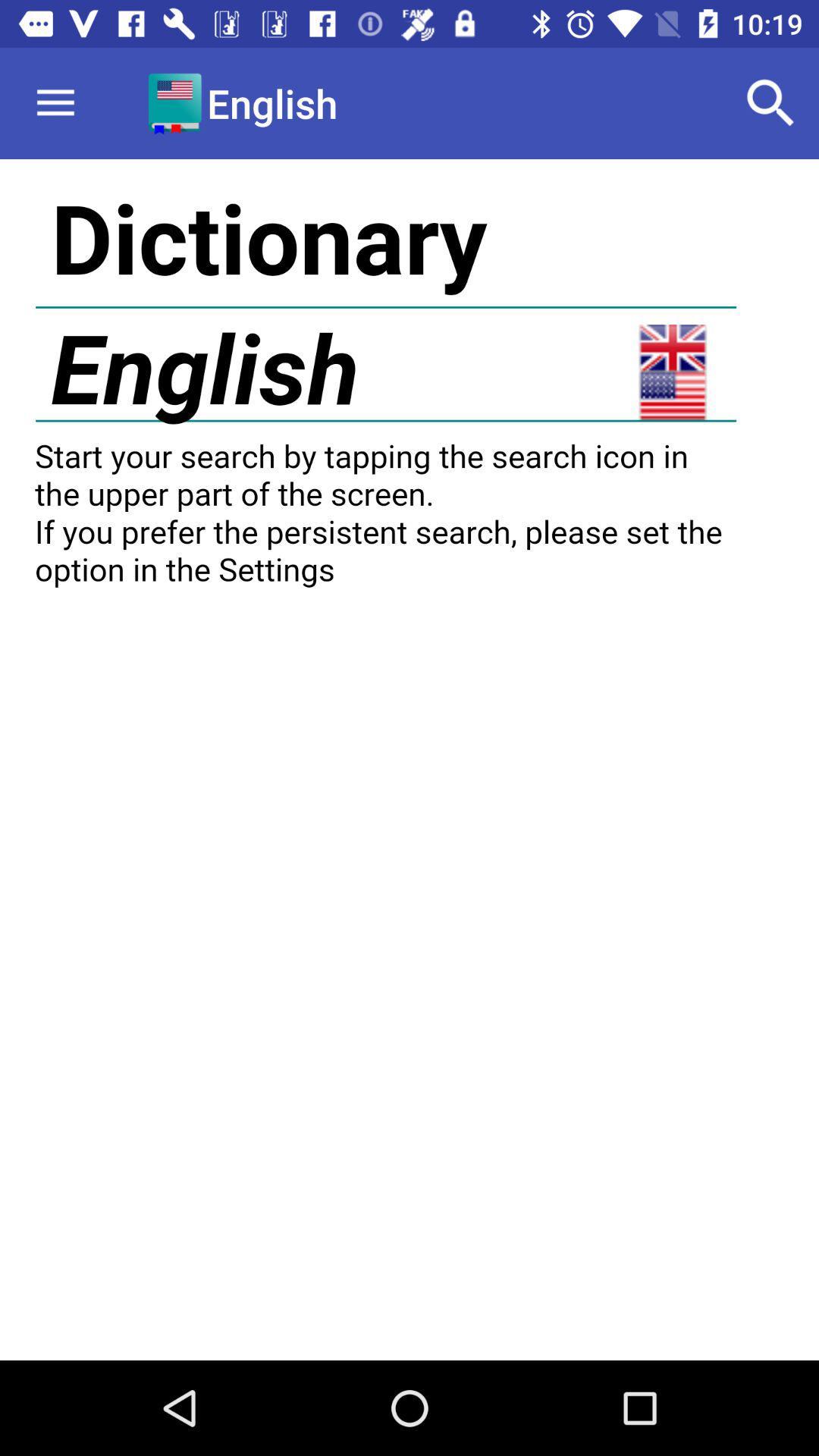  I want to click on for dictionary option, so click(409, 760).